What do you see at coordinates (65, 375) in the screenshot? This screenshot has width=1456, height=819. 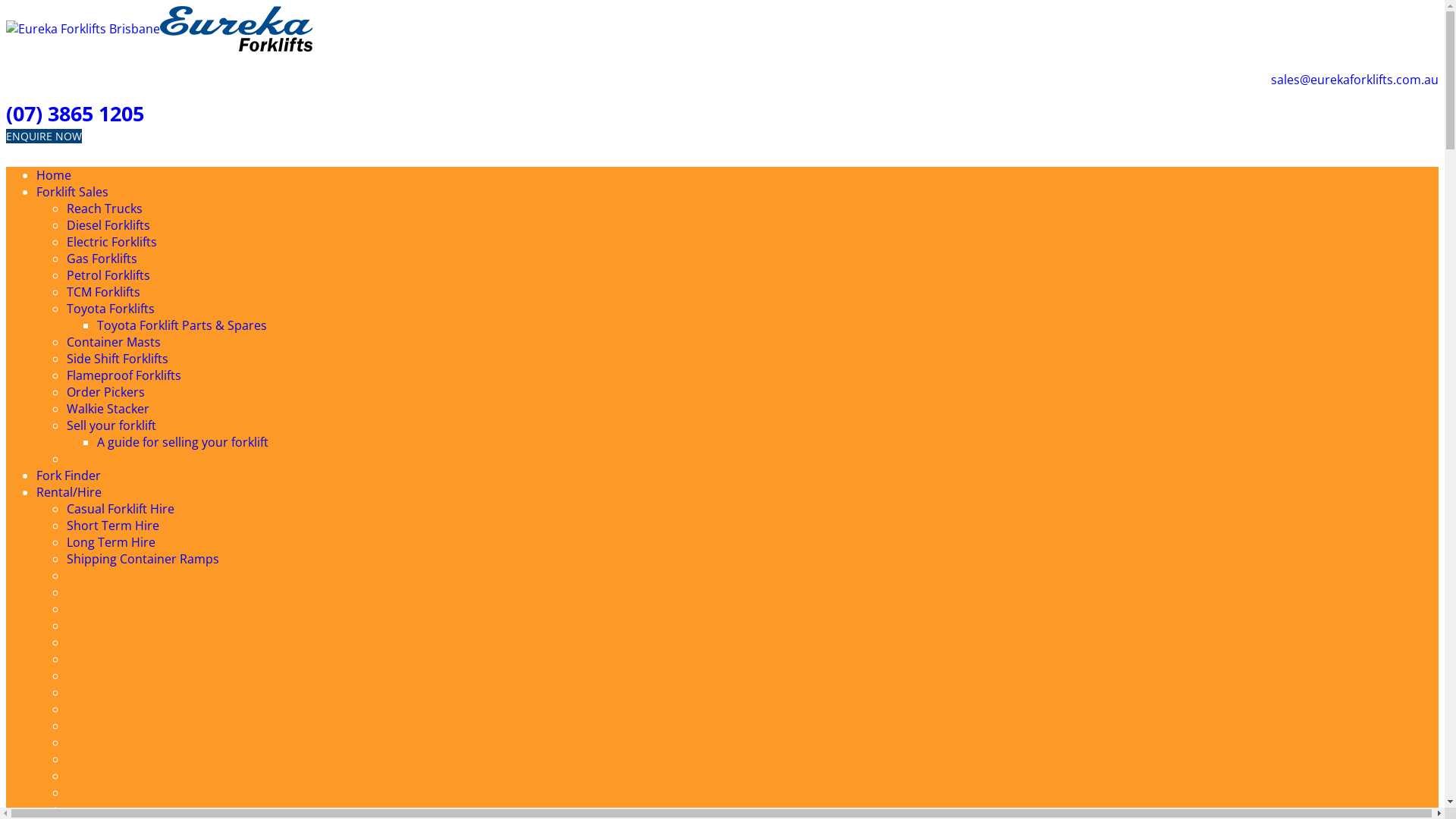 I see `'Flameproof Forklifts'` at bounding box center [65, 375].